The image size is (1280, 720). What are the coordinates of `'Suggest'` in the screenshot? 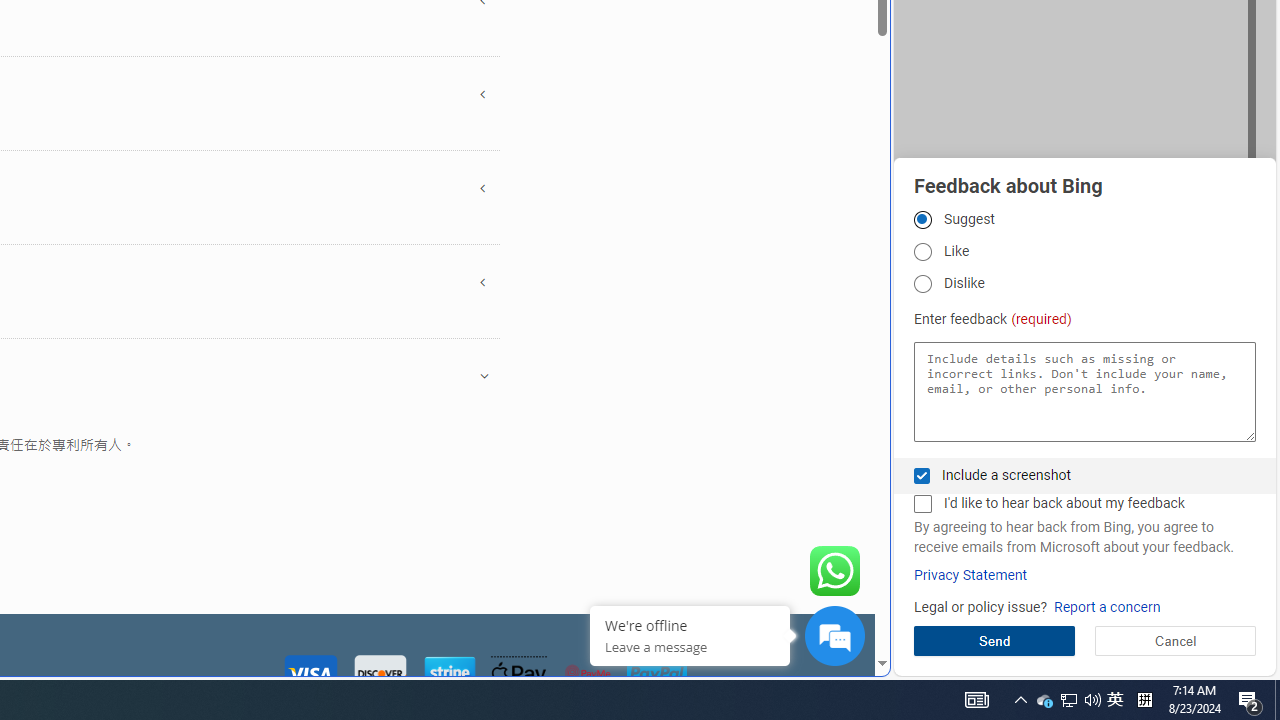 It's located at (921, 219).